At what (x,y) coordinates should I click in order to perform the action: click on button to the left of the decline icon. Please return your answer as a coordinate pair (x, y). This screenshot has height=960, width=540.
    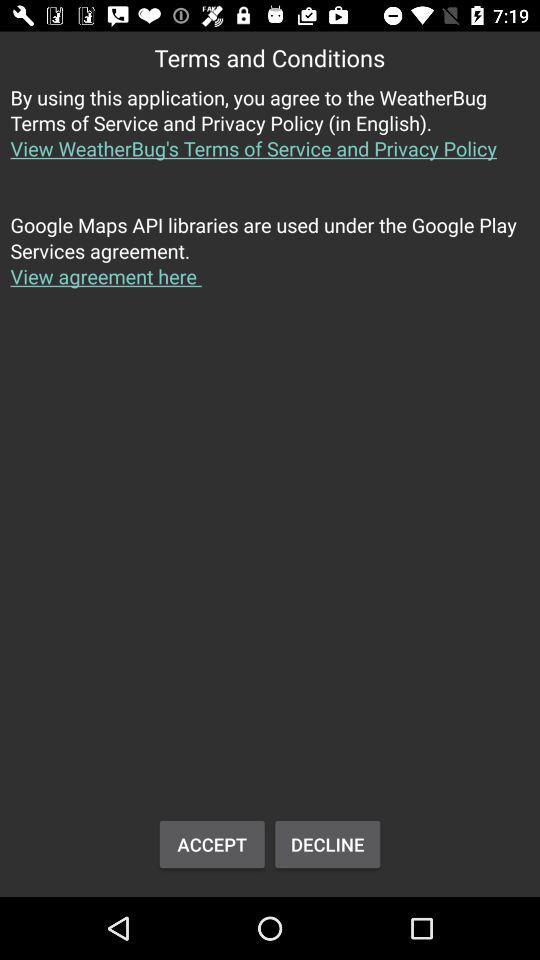
    Looking at the image, I should click on (211, 843).